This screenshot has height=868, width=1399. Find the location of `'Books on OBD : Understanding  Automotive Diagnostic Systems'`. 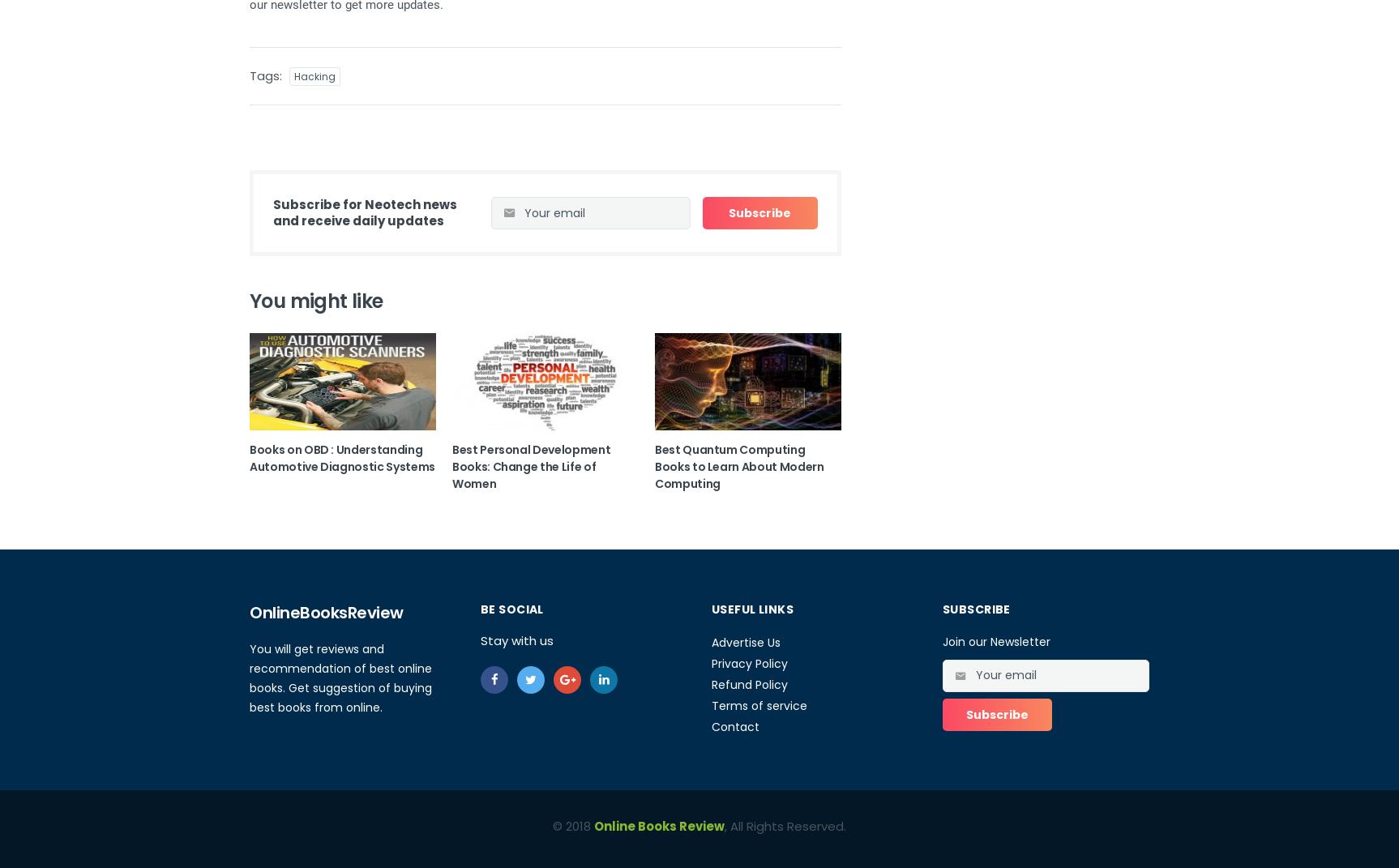

'Books on OBD : Understanding  Automotive Diagnostic Systems' is located at coordinates (248, 458).